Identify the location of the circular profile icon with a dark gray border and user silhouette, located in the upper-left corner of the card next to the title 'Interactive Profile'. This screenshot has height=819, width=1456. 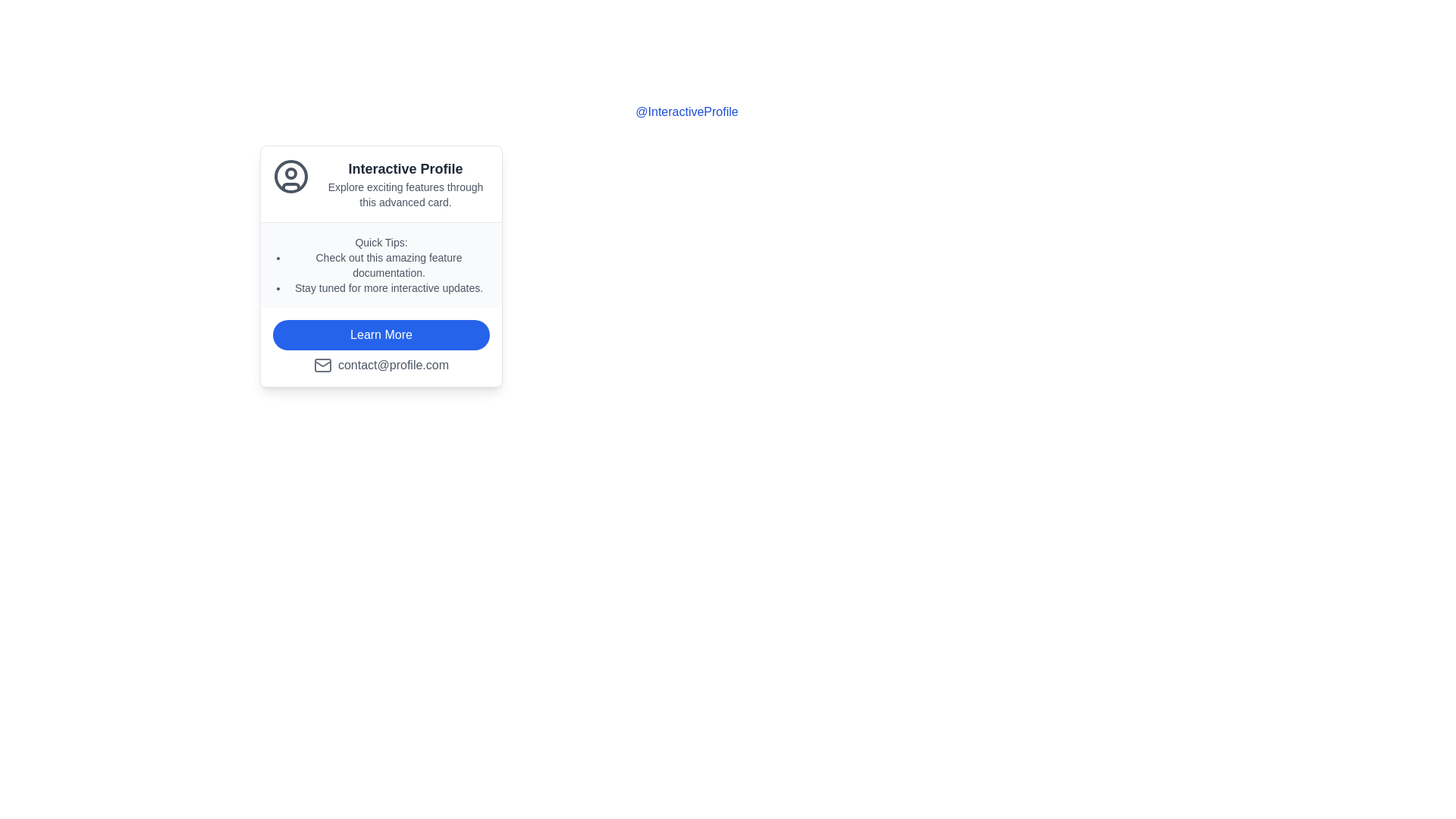
(291, 184).